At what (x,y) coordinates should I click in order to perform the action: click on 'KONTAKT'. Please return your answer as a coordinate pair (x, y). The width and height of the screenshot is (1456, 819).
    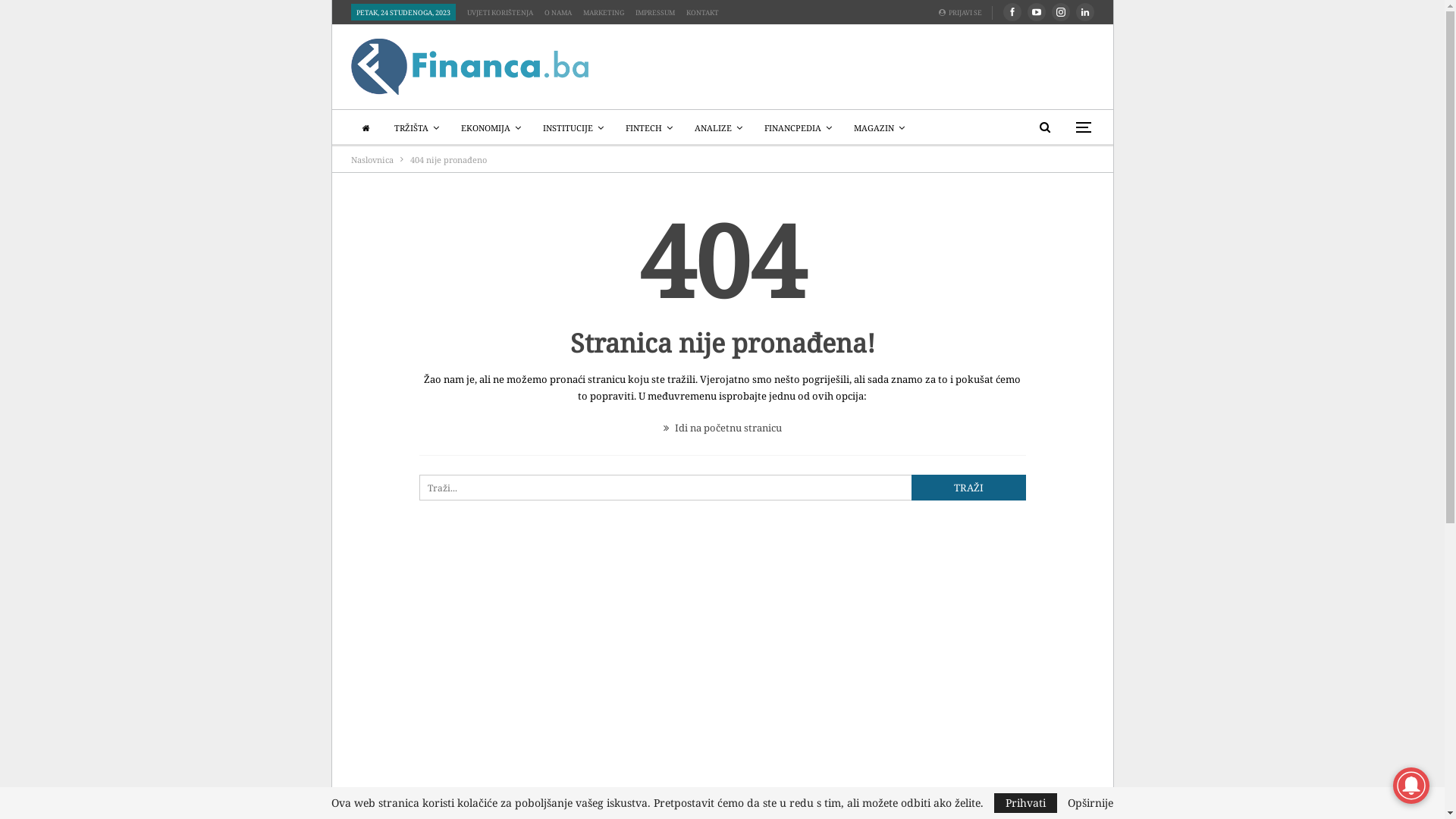
    Looking at the image, I should click on (684, 12).